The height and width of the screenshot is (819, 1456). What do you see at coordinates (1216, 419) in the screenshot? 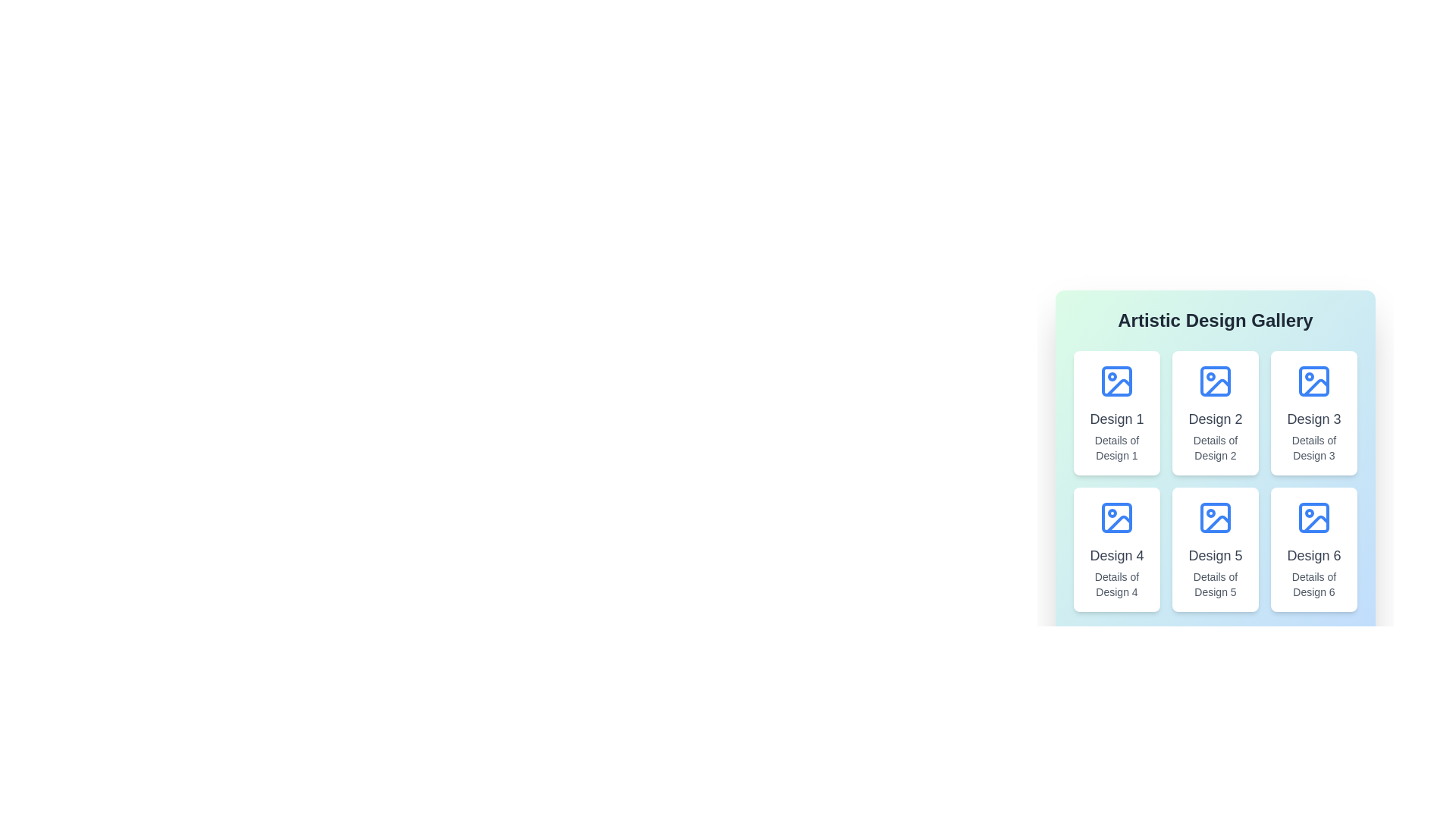
I see `the text label displaying 'Design 2' by moving the cursor to its center for reading` at bounding box center [1216, 419].